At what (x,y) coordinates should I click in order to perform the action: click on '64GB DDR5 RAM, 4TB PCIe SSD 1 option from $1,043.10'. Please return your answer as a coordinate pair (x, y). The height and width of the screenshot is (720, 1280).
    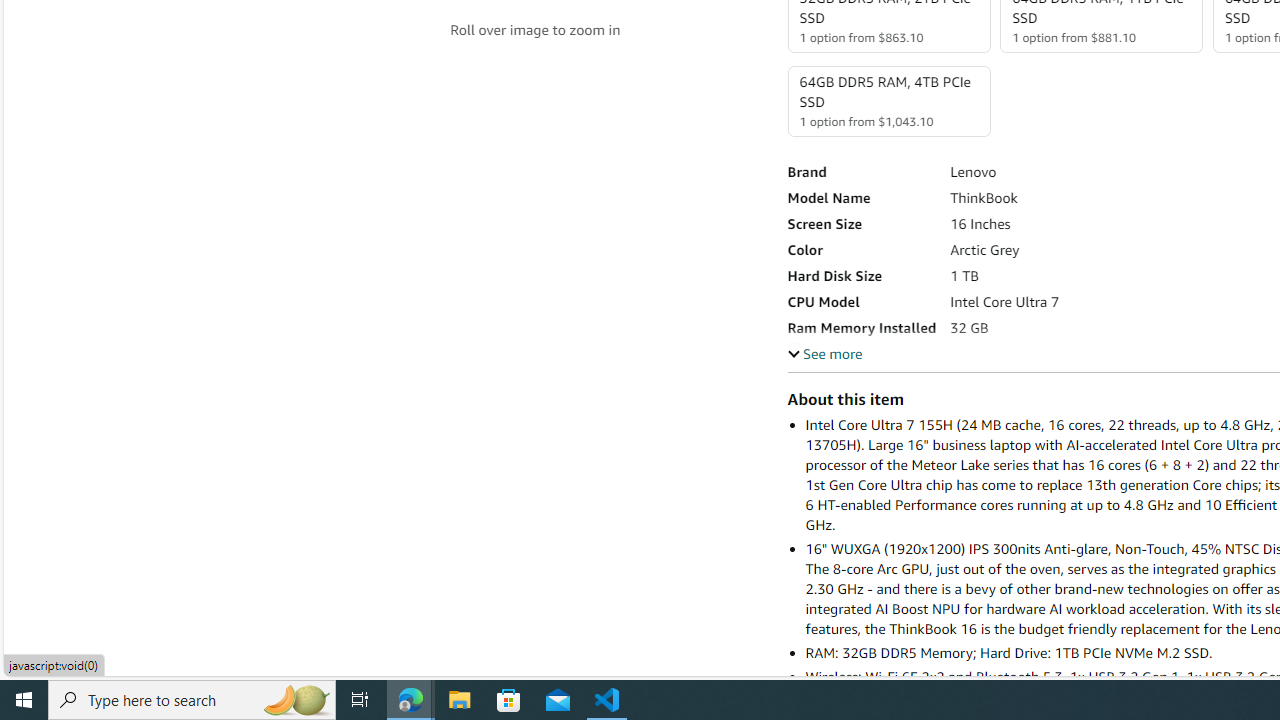
    Looking at the image, I should click on (887, 101).